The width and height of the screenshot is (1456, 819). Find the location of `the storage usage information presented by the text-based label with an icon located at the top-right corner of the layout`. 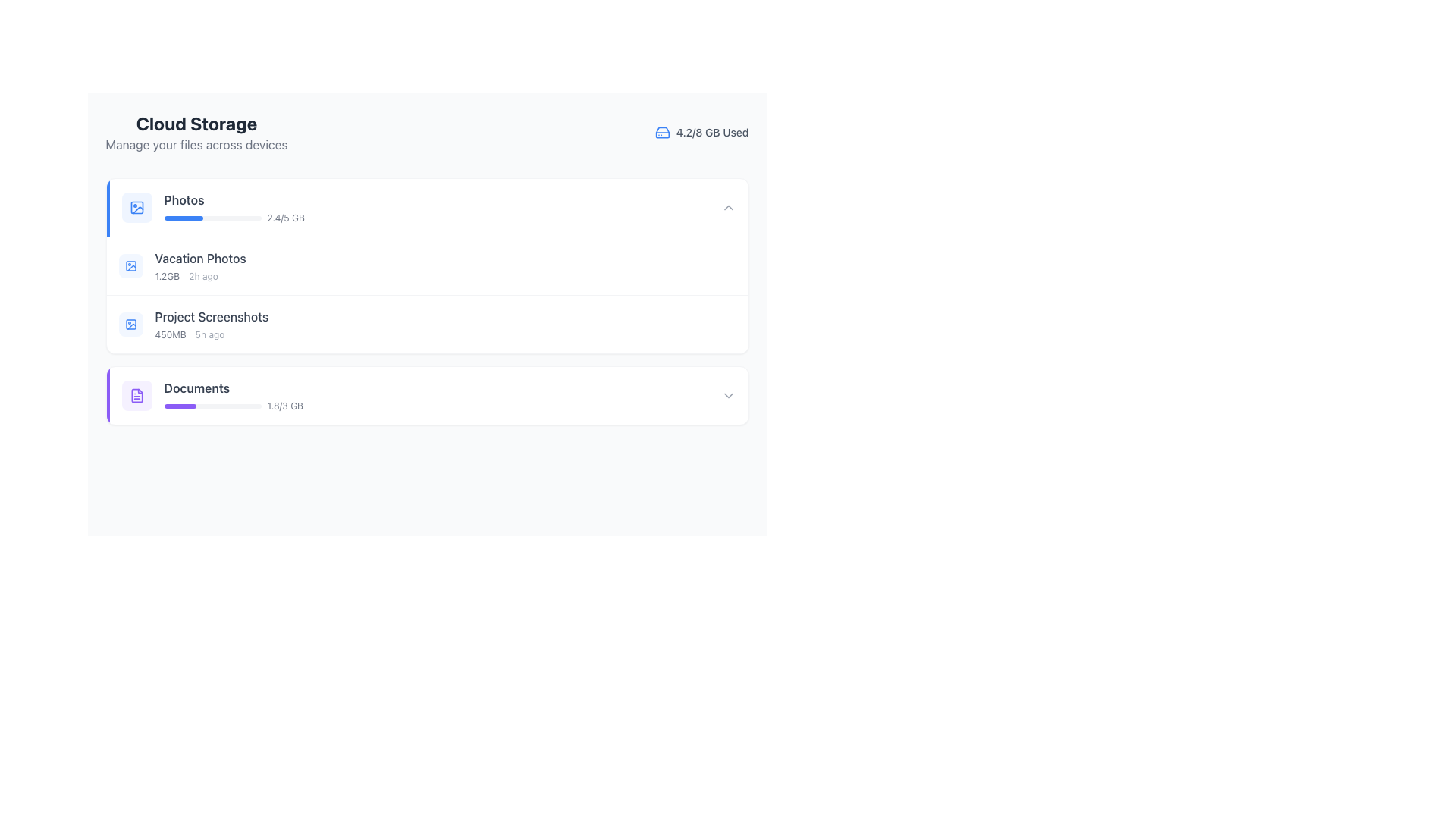

the storage usage information presented by the text-based label with an icon located at the top-right corner of the layout is located at coordinates (701, 131).